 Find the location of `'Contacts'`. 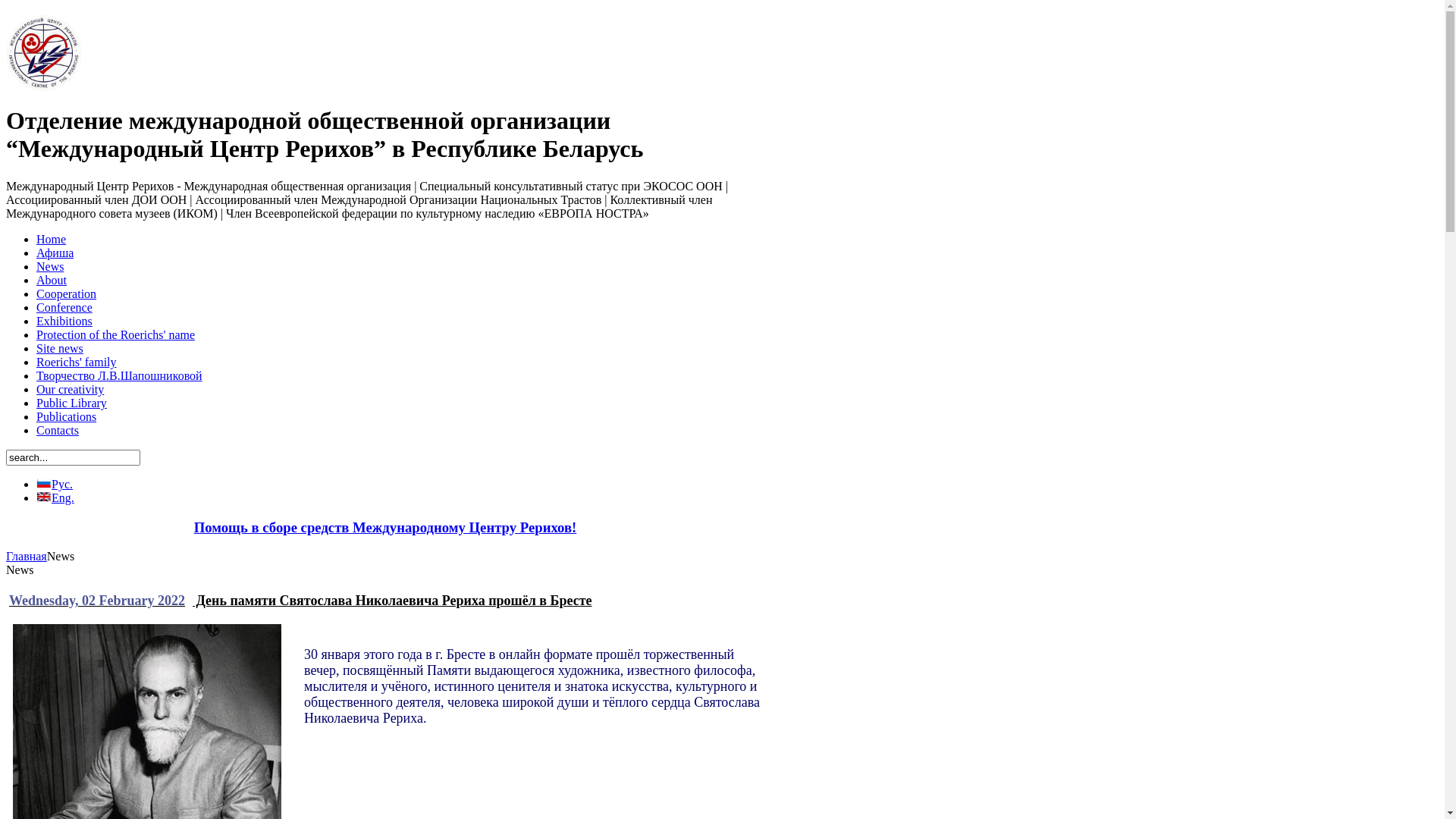

'Contacts' is located at coordinates (58, 430).